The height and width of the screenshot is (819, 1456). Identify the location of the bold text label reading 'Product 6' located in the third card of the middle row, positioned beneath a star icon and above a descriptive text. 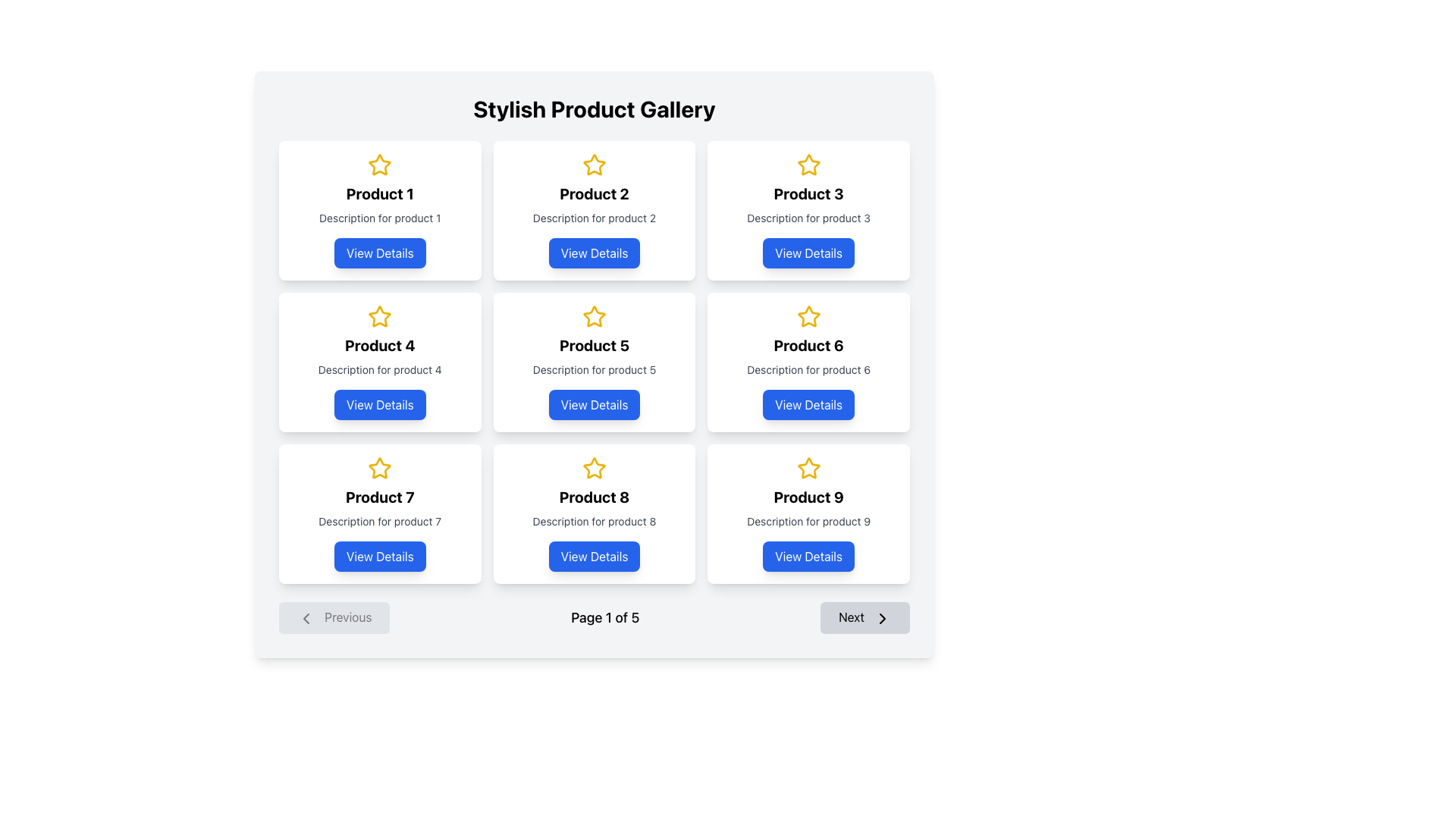
(808, 345).